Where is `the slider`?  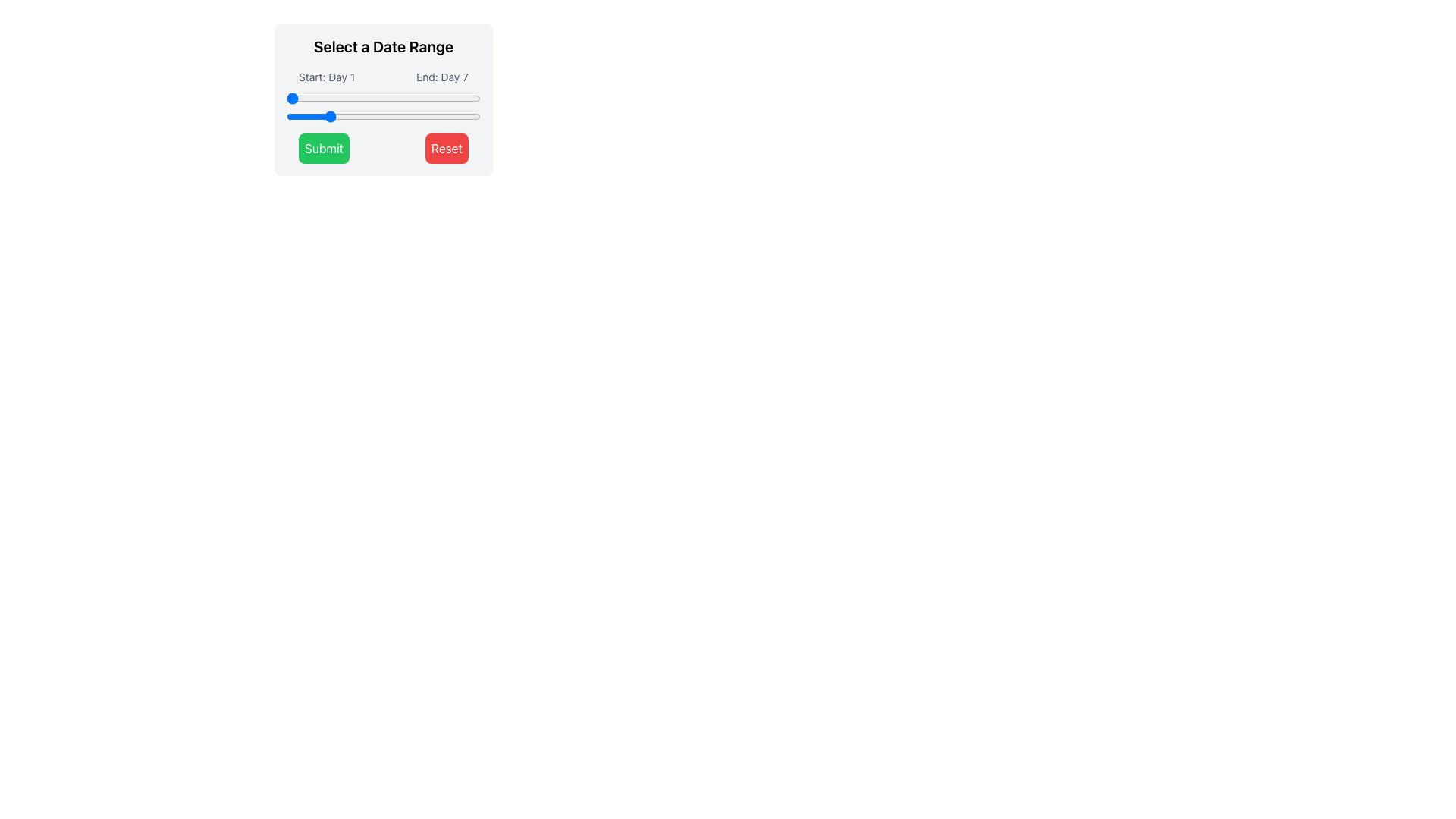 the slider is located at coordinates (453, 99).